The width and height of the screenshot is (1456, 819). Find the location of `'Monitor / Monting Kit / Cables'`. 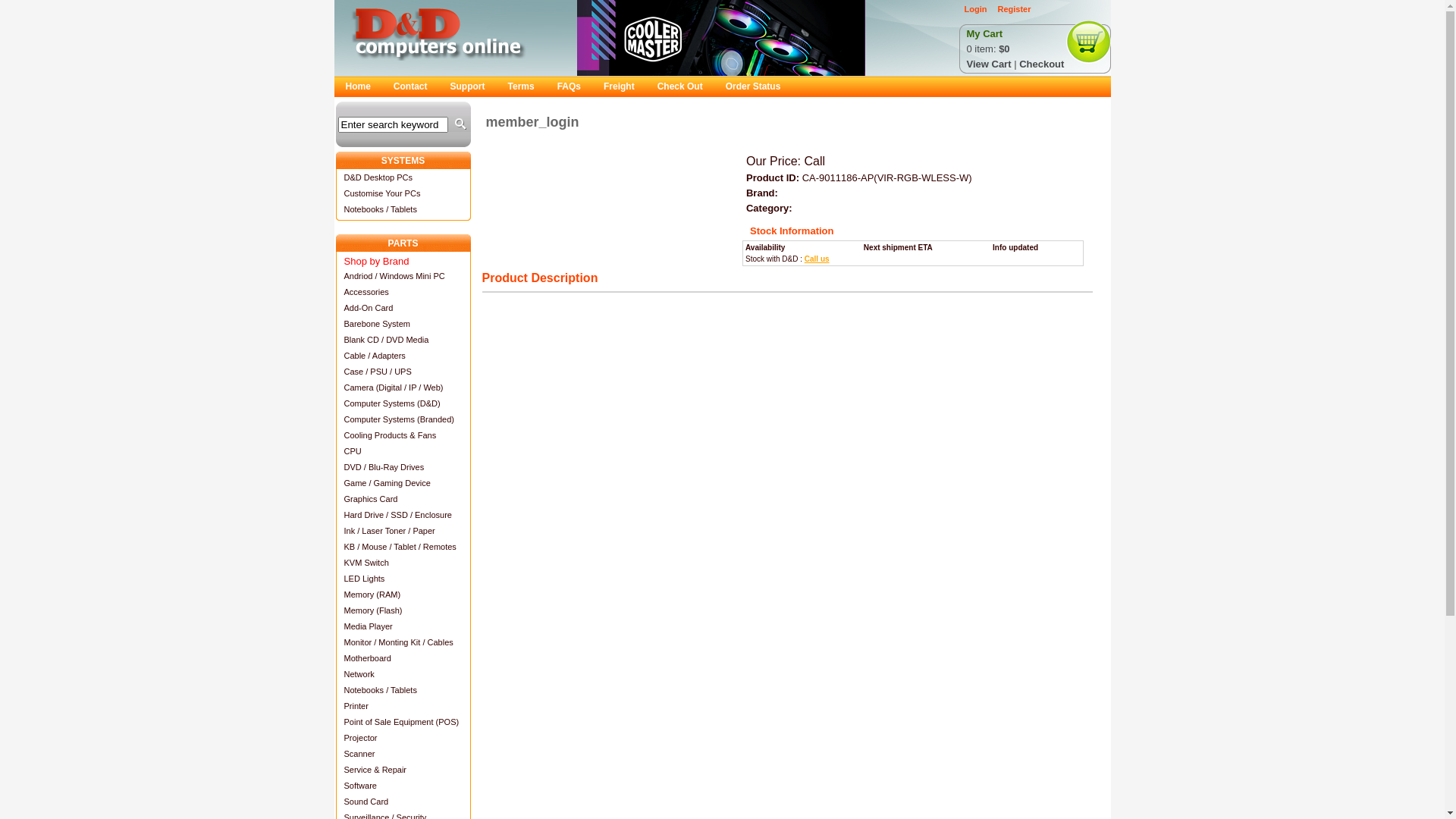

'Monitor / Monting Kit / Cables' is located at coordinates (403, 642).